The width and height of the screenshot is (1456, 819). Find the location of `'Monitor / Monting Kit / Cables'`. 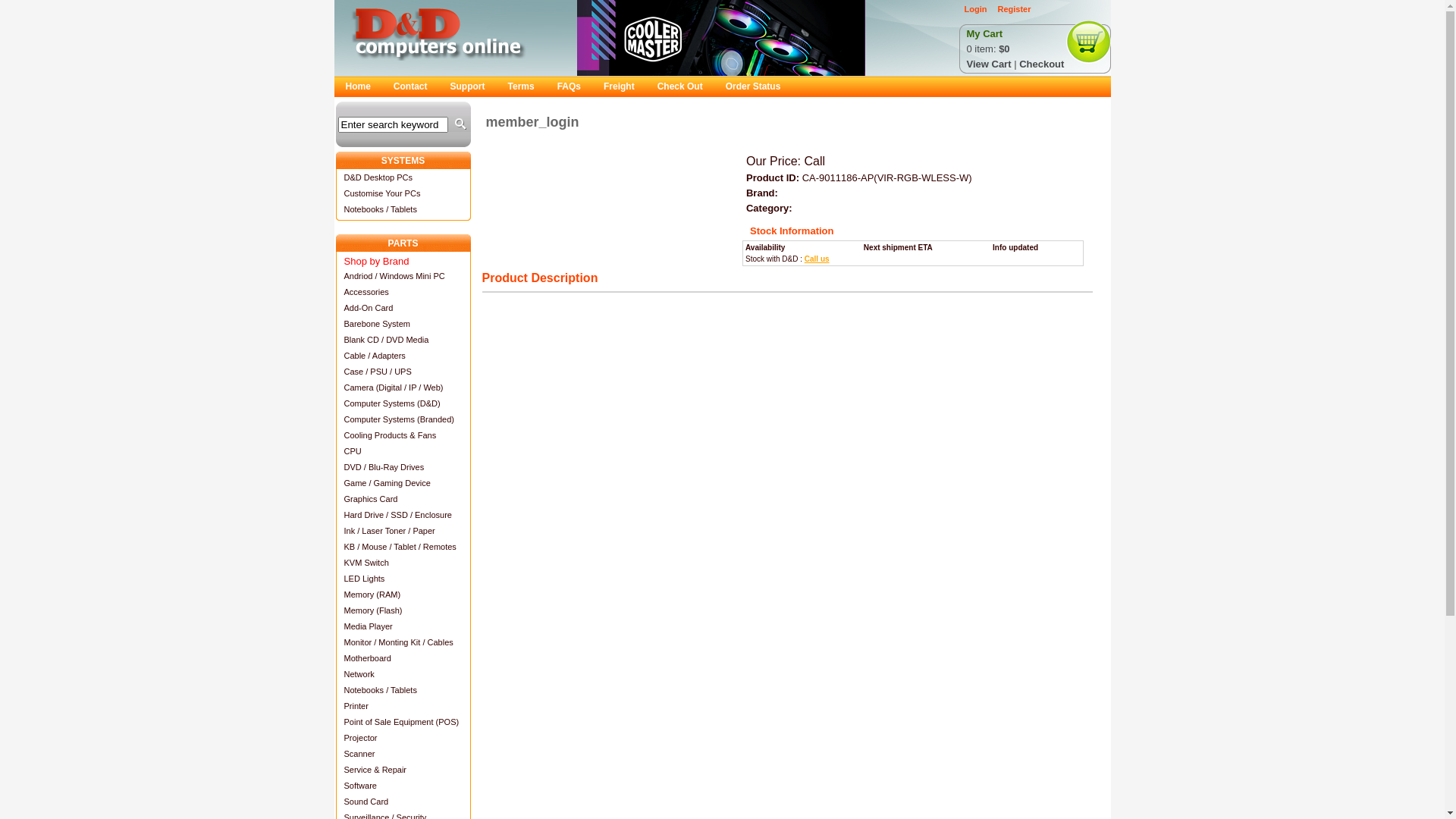

'Monitor / Monting Kit / Cables' is located at coordinates (403, 642).